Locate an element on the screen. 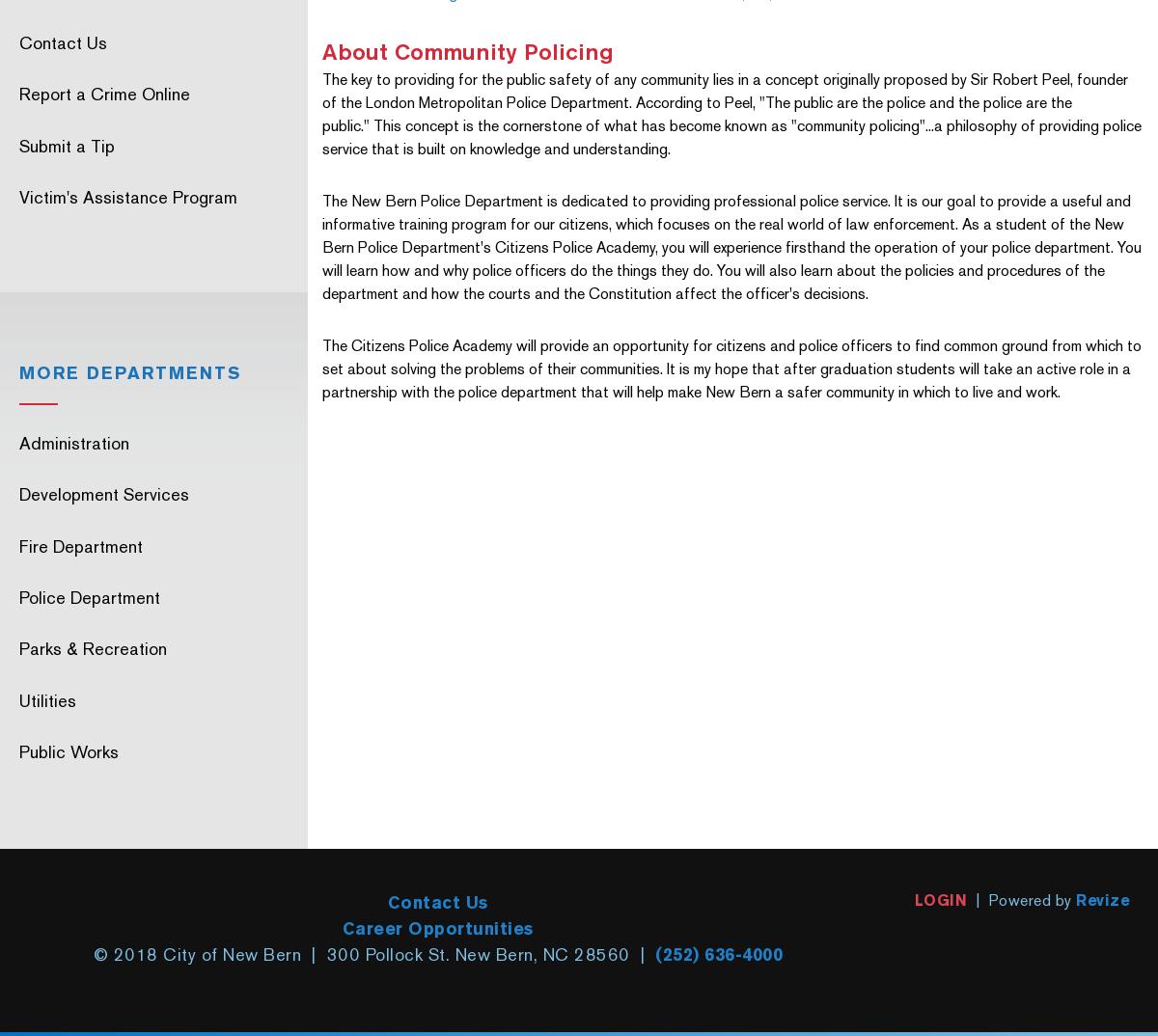 This screenshot has height=1036, width=1158. 'Utilities' is located at coordinates (47, 699).